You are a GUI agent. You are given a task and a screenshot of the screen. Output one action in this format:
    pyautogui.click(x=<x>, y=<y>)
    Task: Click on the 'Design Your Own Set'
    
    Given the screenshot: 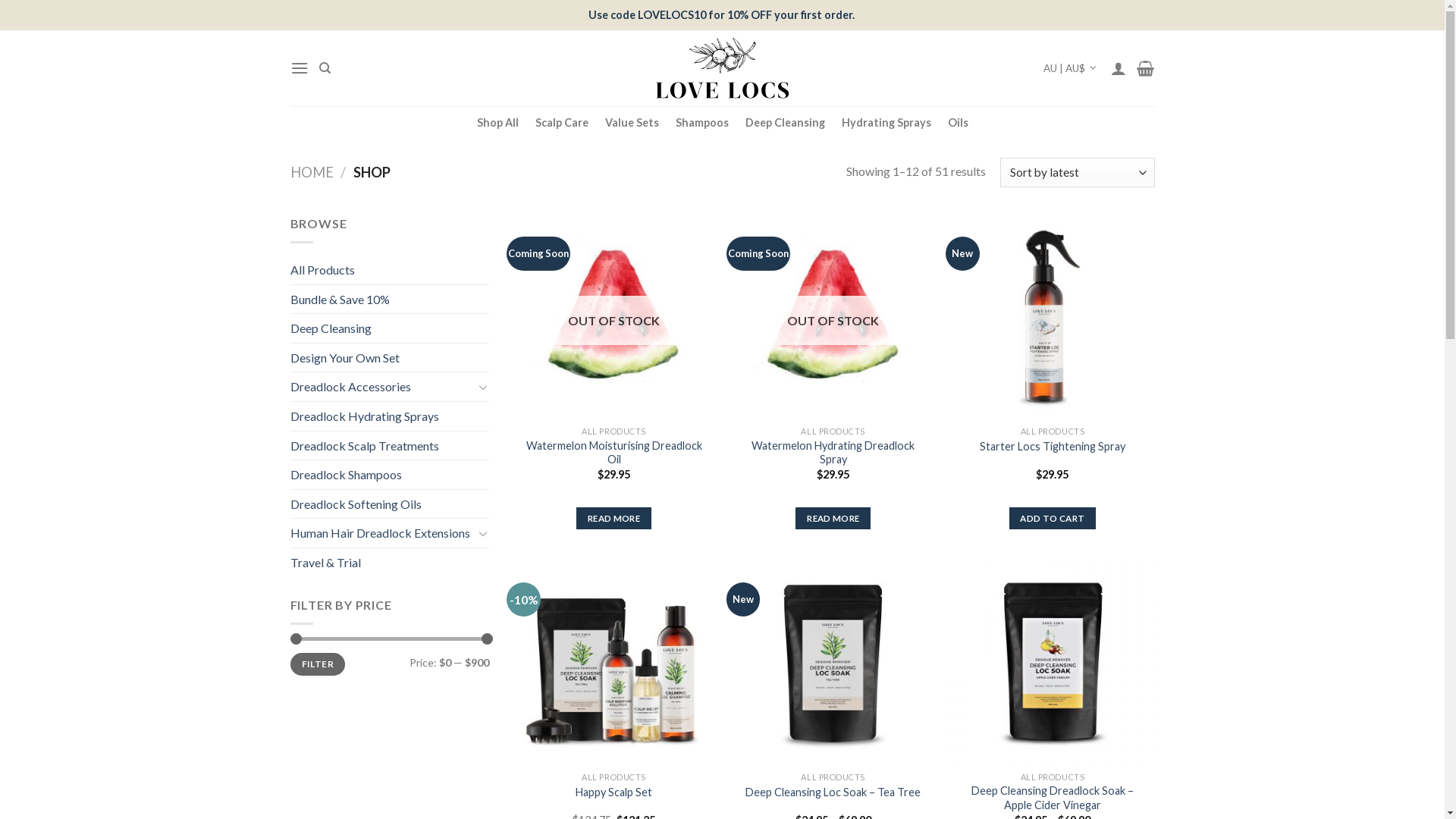 What is the action you would take?
    pyautogui.click(x=290, y=357)
    